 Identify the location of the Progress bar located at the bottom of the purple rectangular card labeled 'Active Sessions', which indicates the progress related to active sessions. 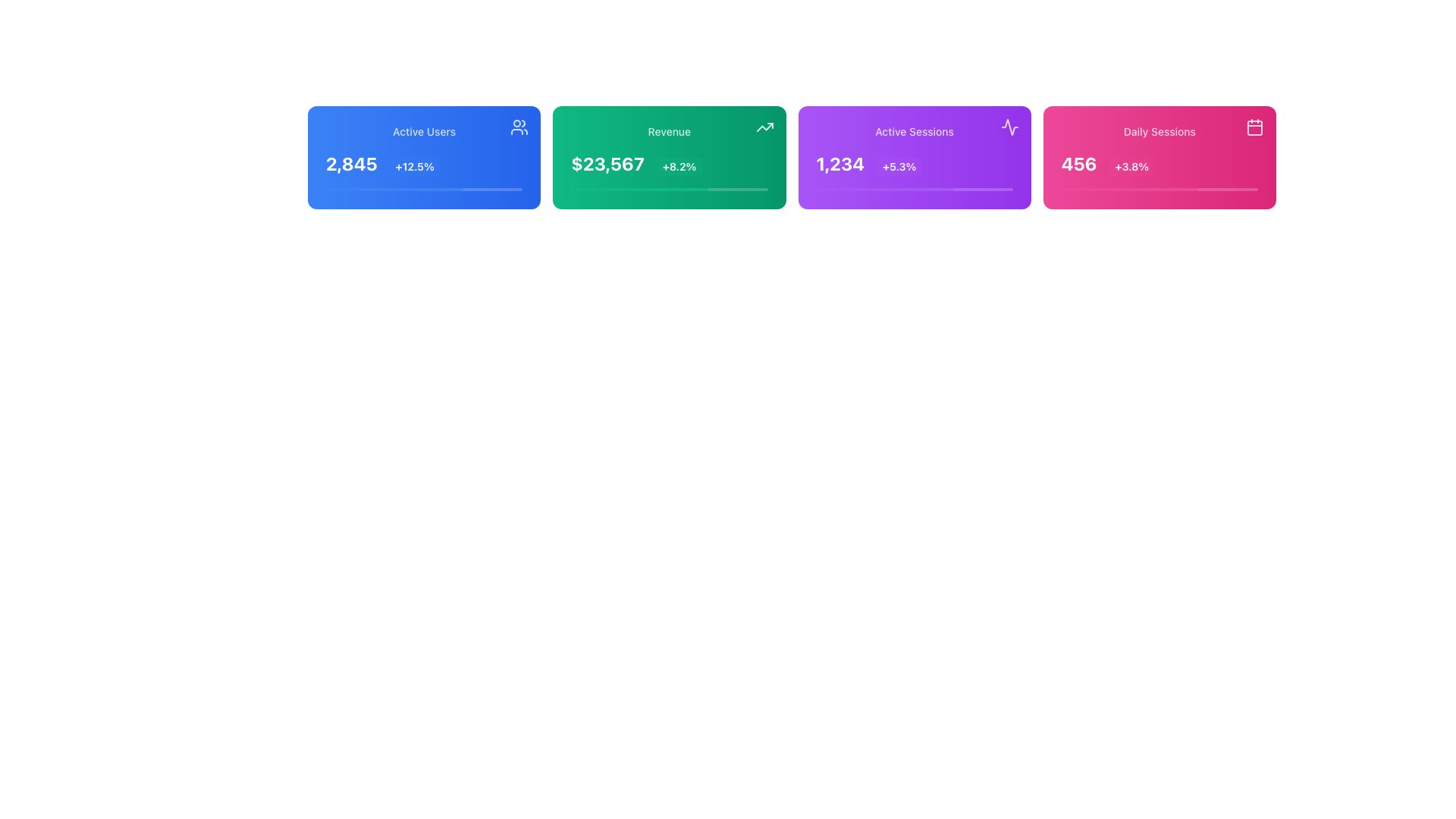
(914, 189).